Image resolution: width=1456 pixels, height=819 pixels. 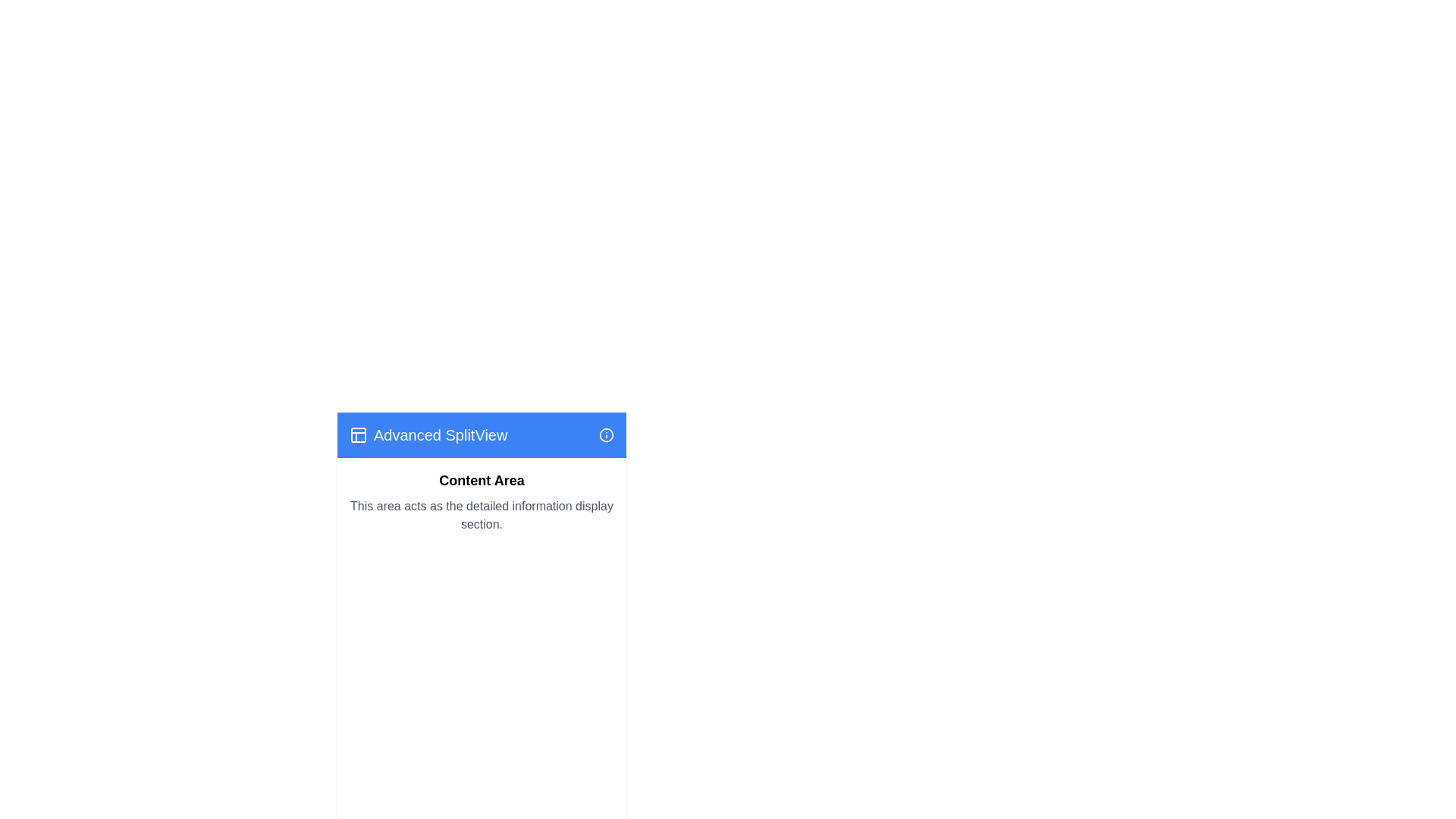 What do you see at coordinates (428, 435) in the screenshot?
I see `text label titled 'Advanced SplitView' which is prominently displayed in an extra-large font within a blue background, located at the top left of the header section` at bounding box center [428, 435].